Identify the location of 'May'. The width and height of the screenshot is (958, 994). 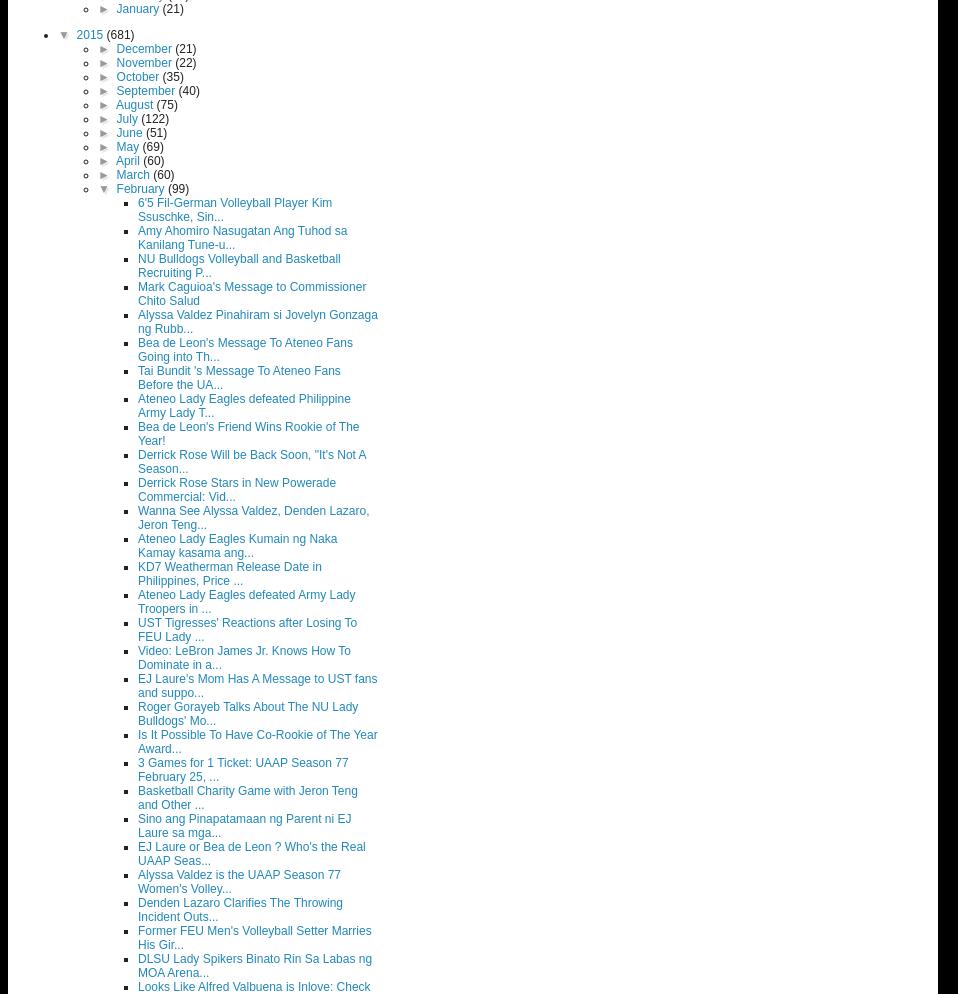
(129, 147).